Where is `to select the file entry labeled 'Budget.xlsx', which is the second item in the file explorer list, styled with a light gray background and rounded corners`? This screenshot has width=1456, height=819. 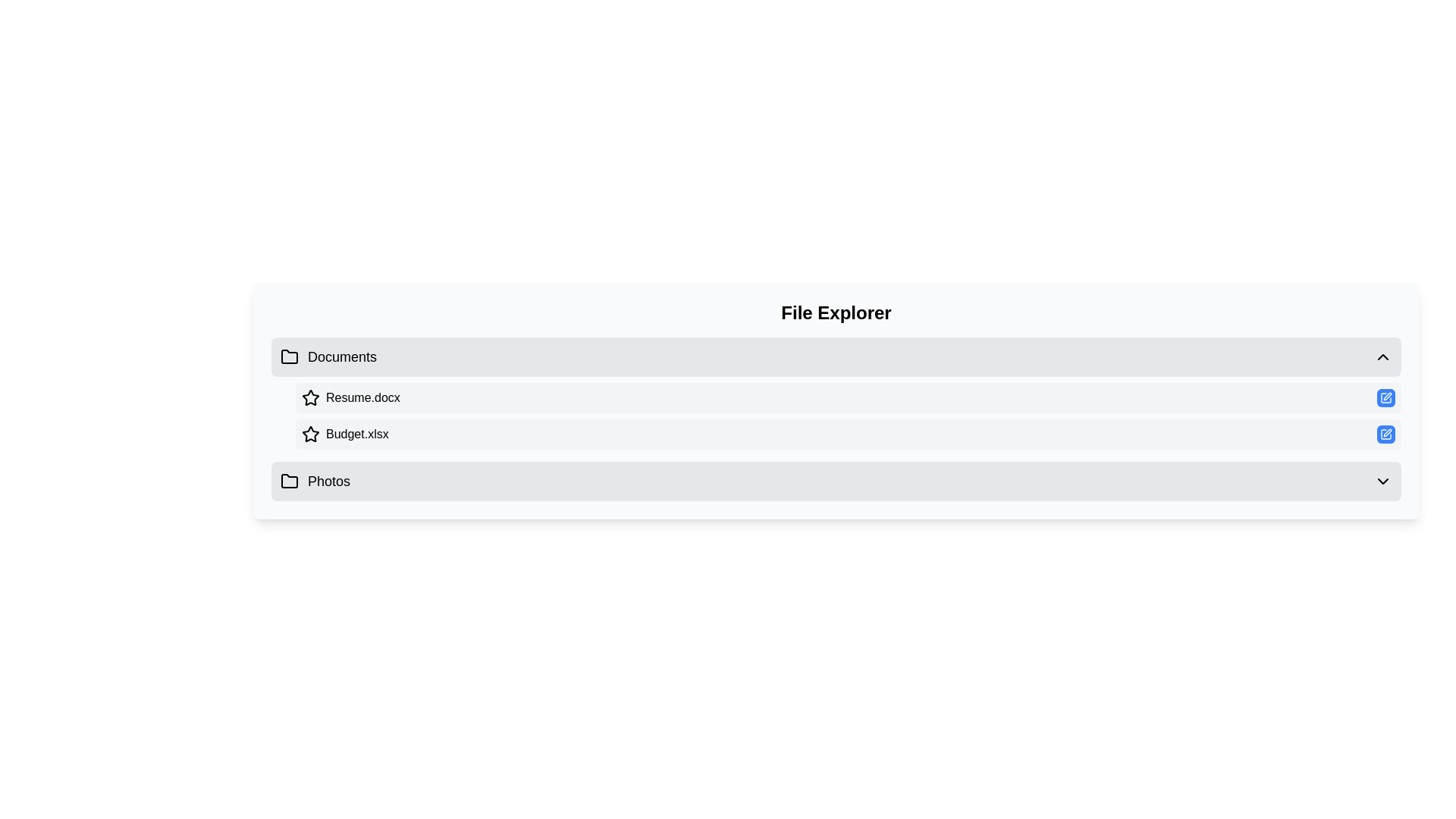
to select the file entry labeled 'Budget.xlsx', which is the second item in the file explorer list, styled with a light gray background and rounded corners is located at coordinates (847, 435).